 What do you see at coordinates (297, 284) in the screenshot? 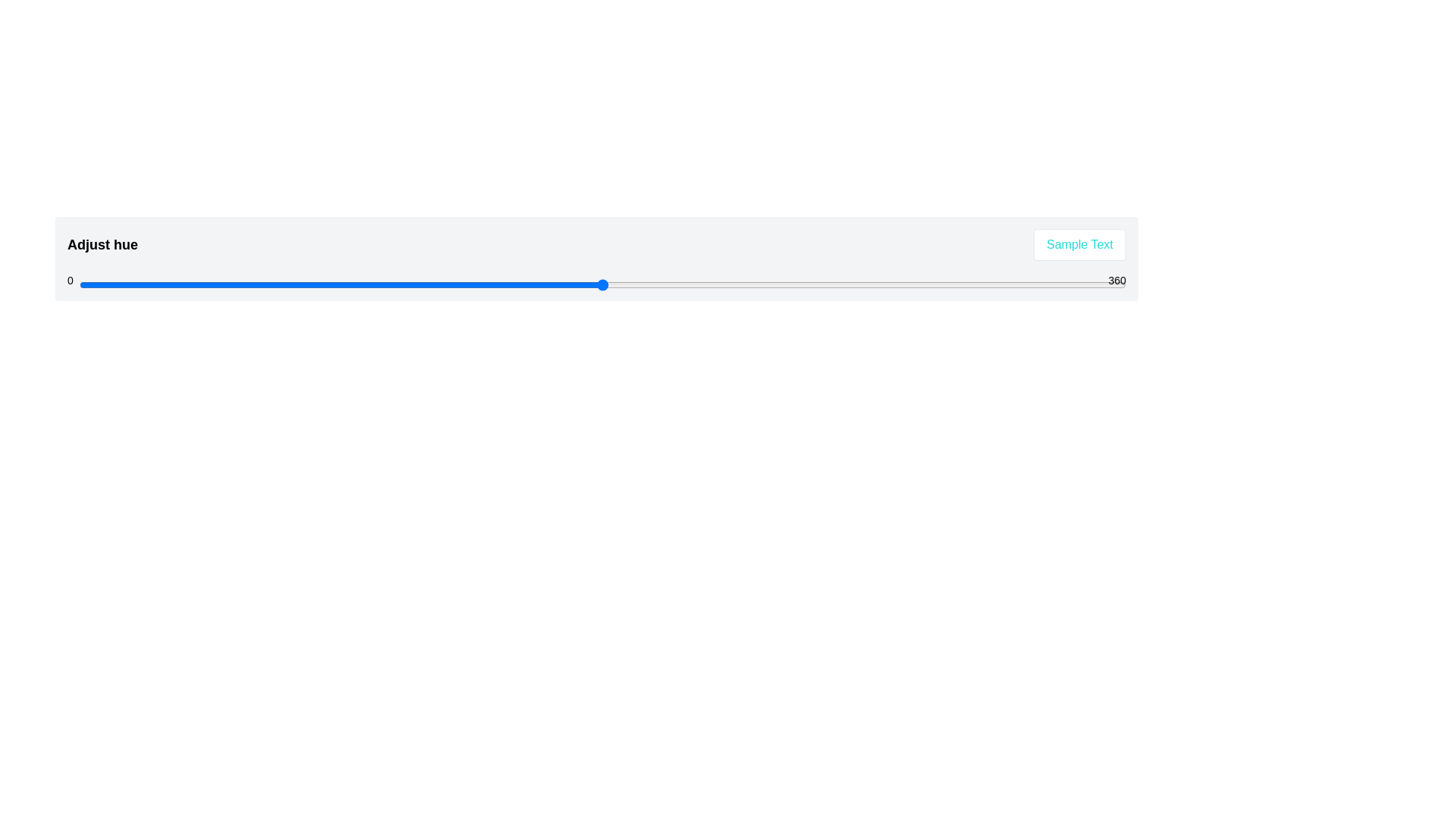
I see `the hue slider to a value of 75` at bounding box center [297, 284].